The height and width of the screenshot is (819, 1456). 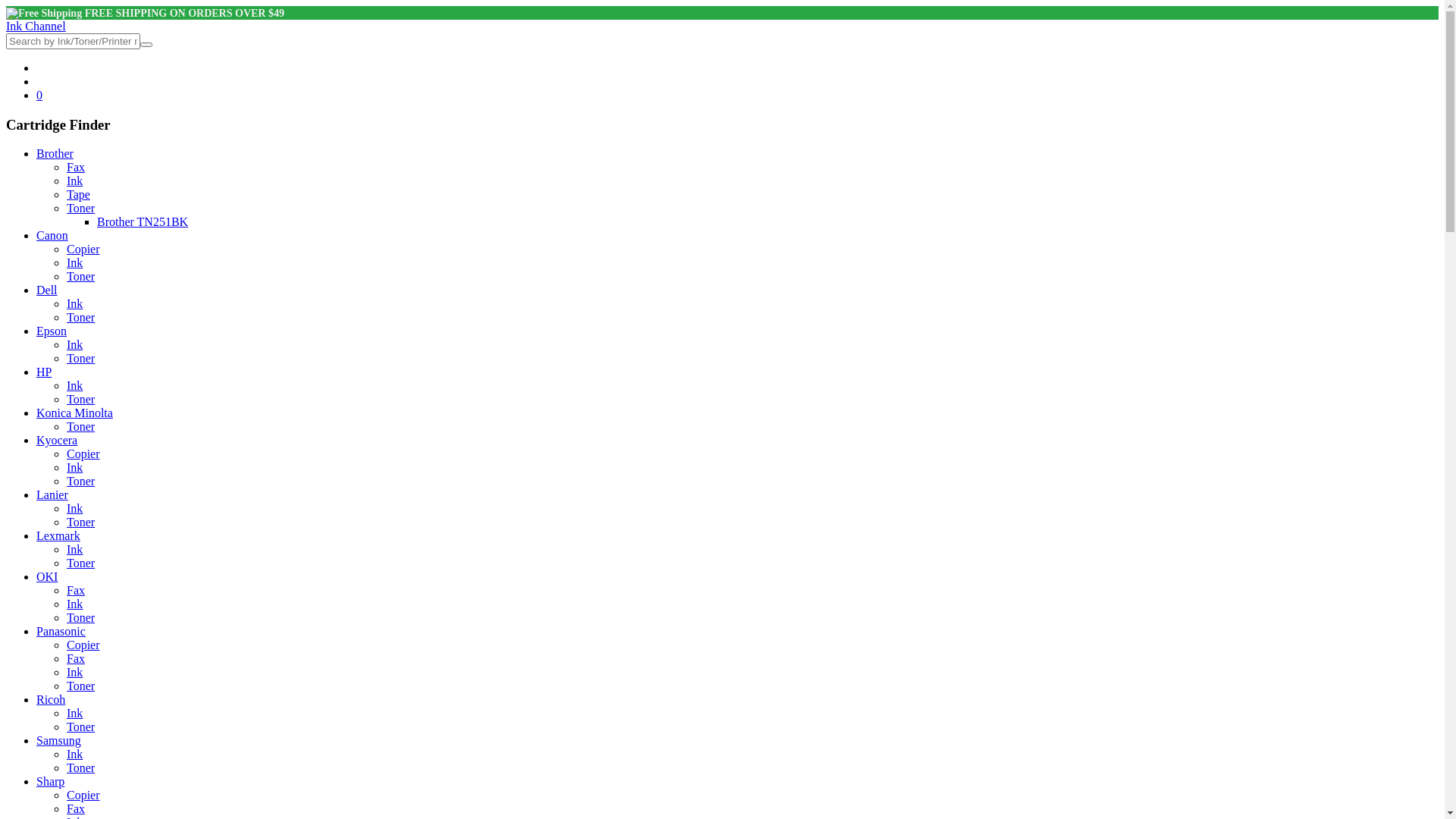 What do you see at coordinates (146, 43) in the screenshot?
I see `'Search'` at bounding box center [146, 43].